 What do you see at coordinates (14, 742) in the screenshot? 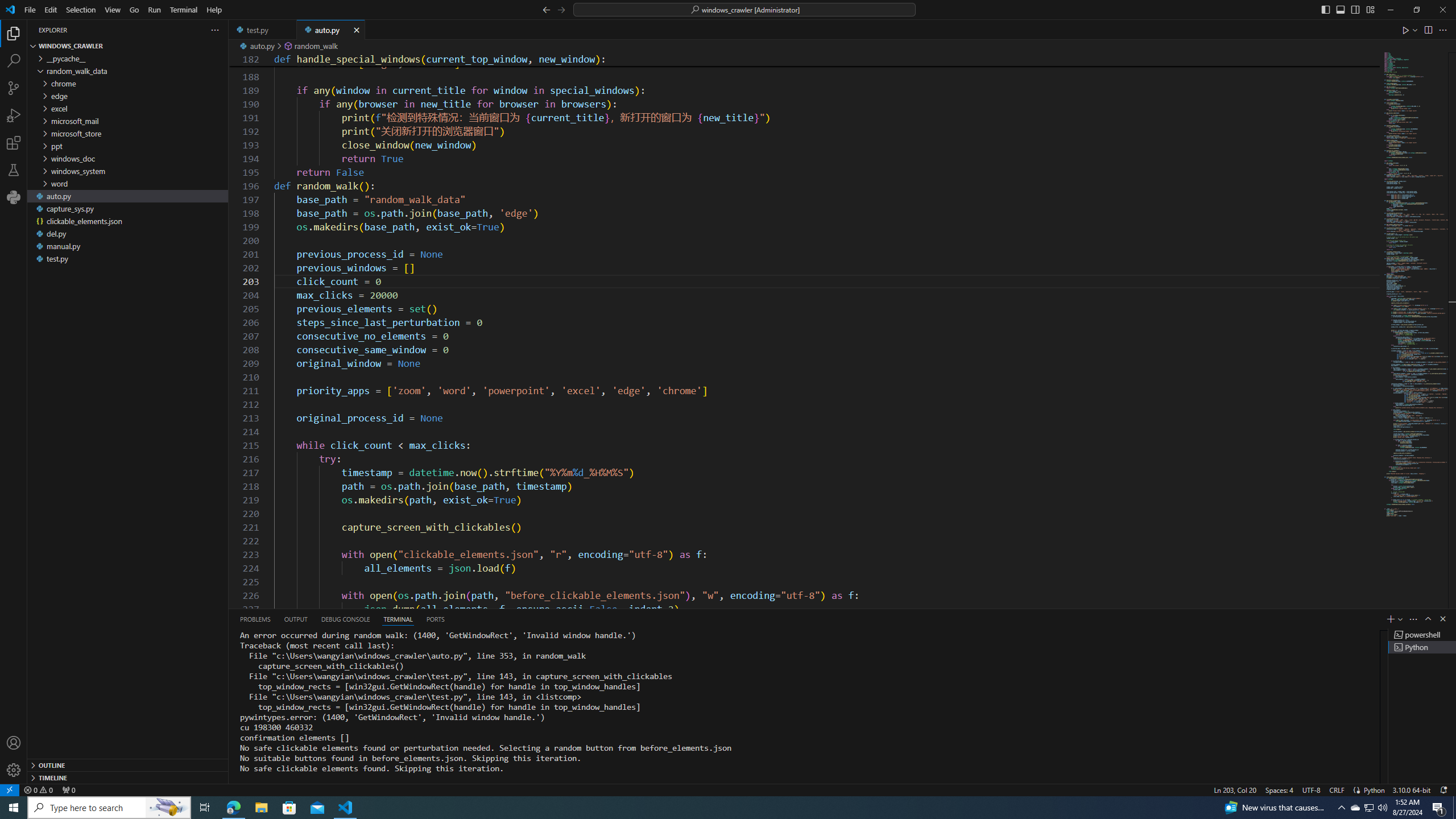
I see `'Accounts'` at bounding box center [14, 742].